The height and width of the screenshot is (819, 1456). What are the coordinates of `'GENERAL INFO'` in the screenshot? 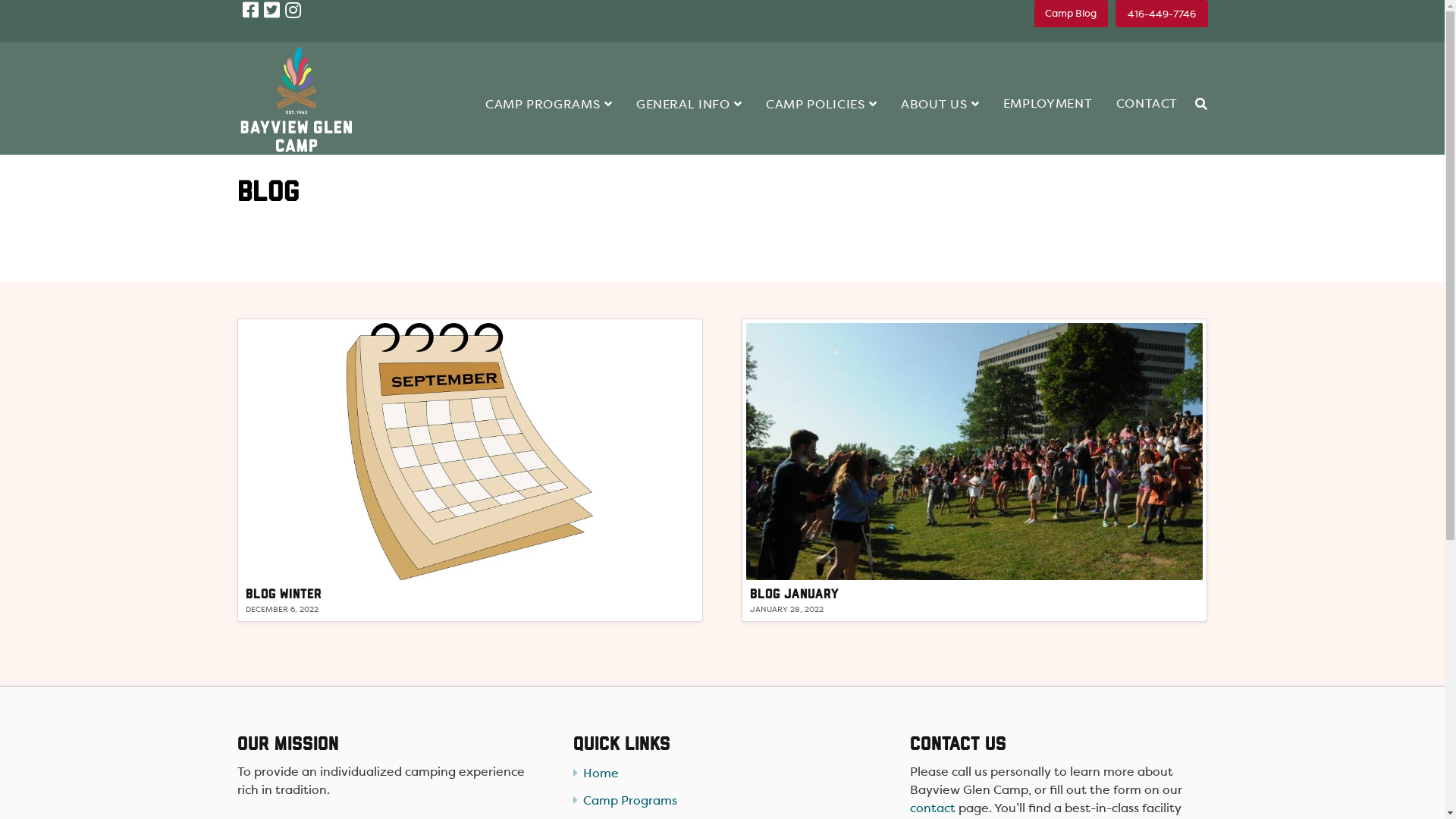 It's located at (688, 76).